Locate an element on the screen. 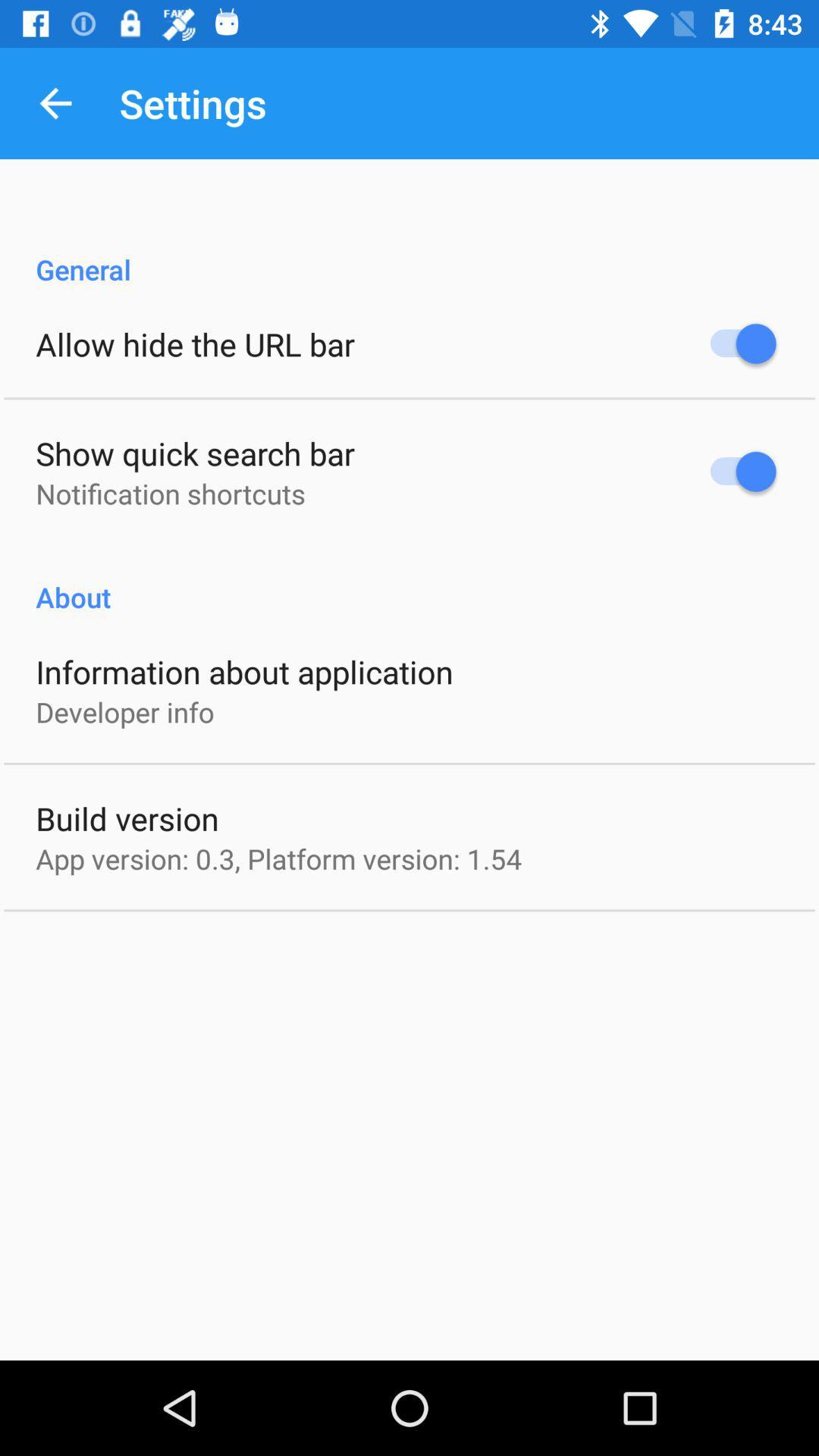 The image size is (819, 1456). icon below the developer info item is located at coordinates (127, 817).